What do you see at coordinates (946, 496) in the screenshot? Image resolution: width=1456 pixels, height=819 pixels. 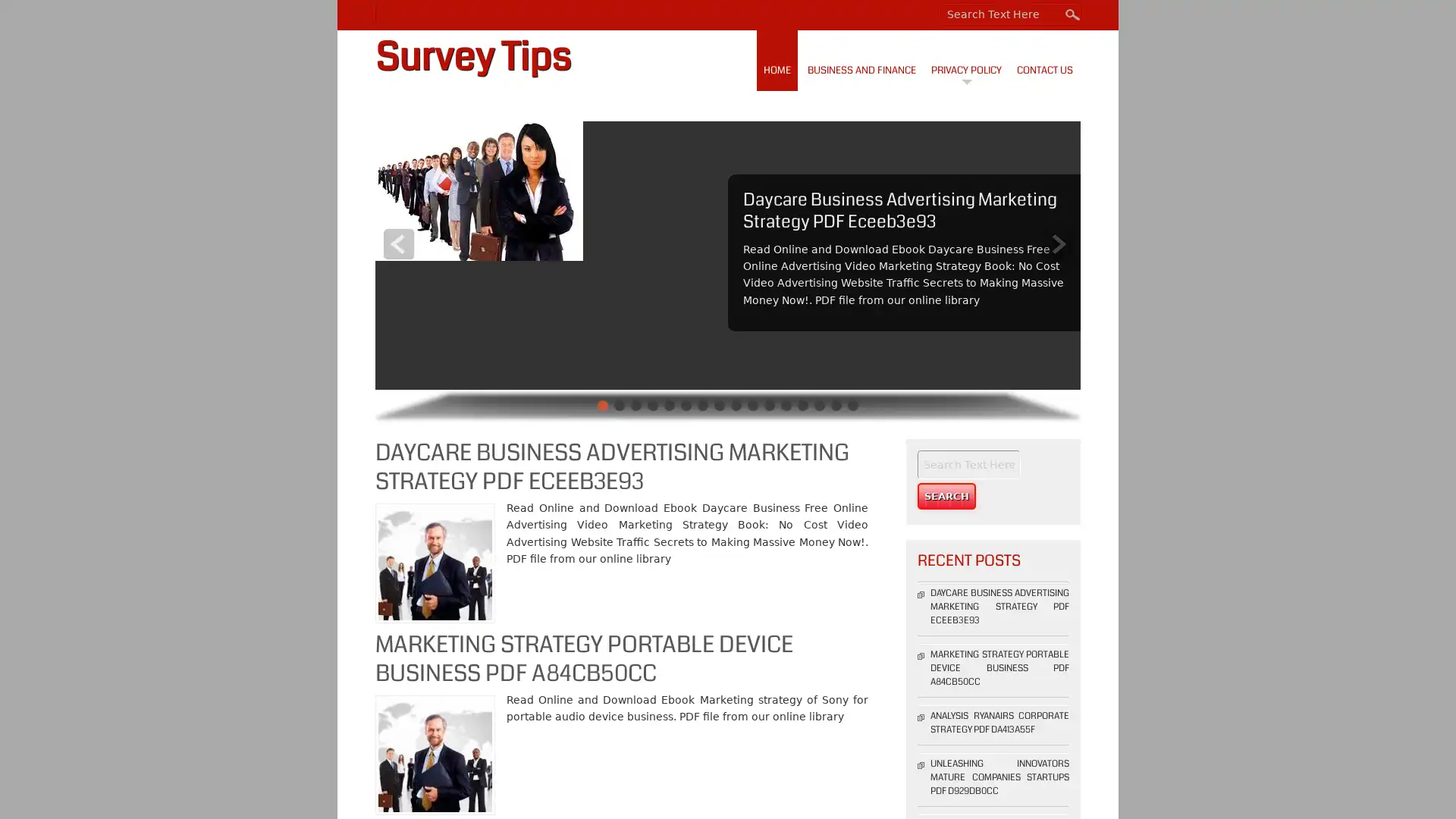 I see `Search` at bounding box center [946, 496].